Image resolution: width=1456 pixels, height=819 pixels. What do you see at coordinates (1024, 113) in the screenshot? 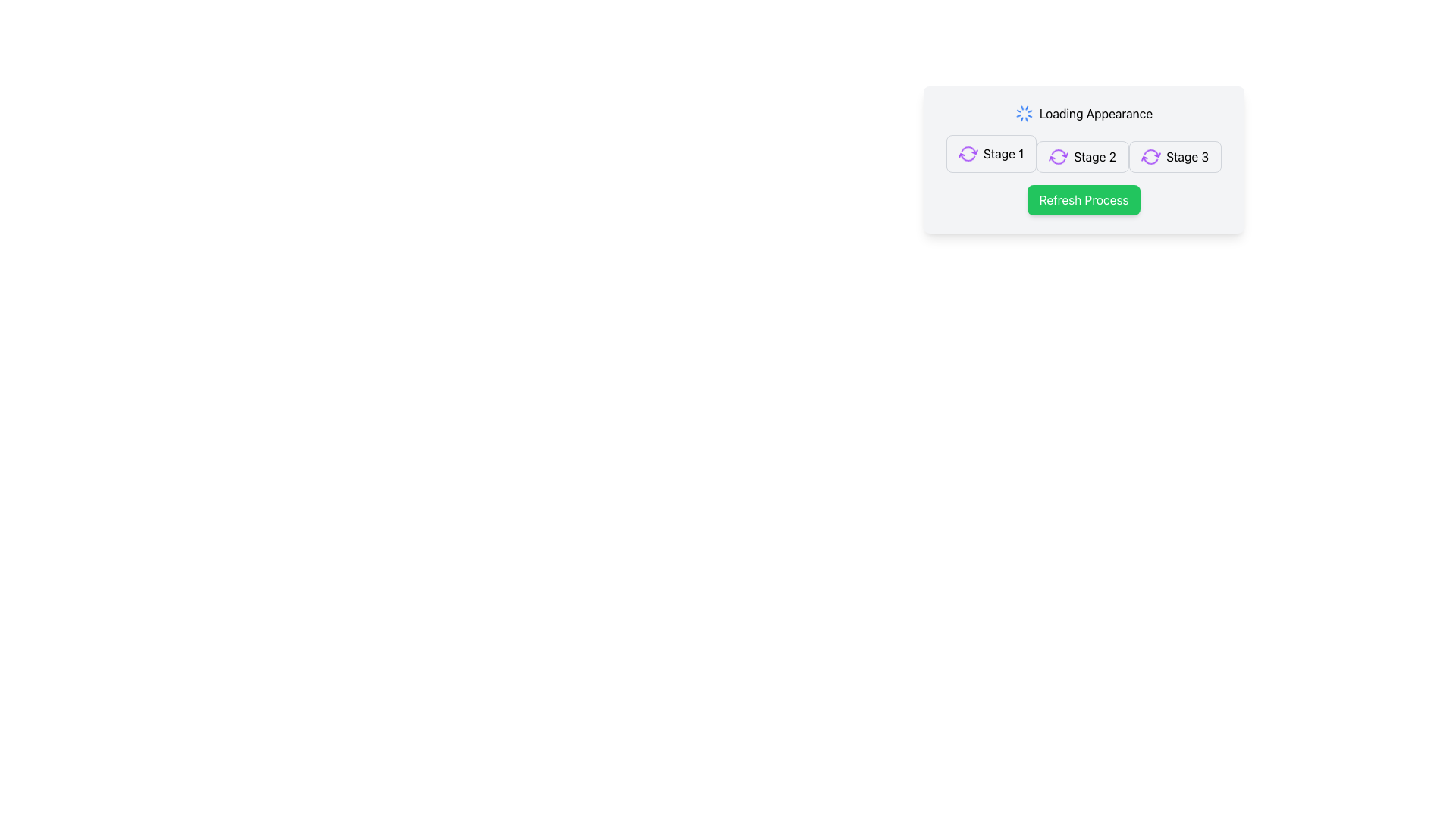
I see `the Spinner Icon located immediately to the left of the 'Loading Appearance' text, which serves as a visual indicator for loading or in-progress status` at bounding box center [1024, 113].